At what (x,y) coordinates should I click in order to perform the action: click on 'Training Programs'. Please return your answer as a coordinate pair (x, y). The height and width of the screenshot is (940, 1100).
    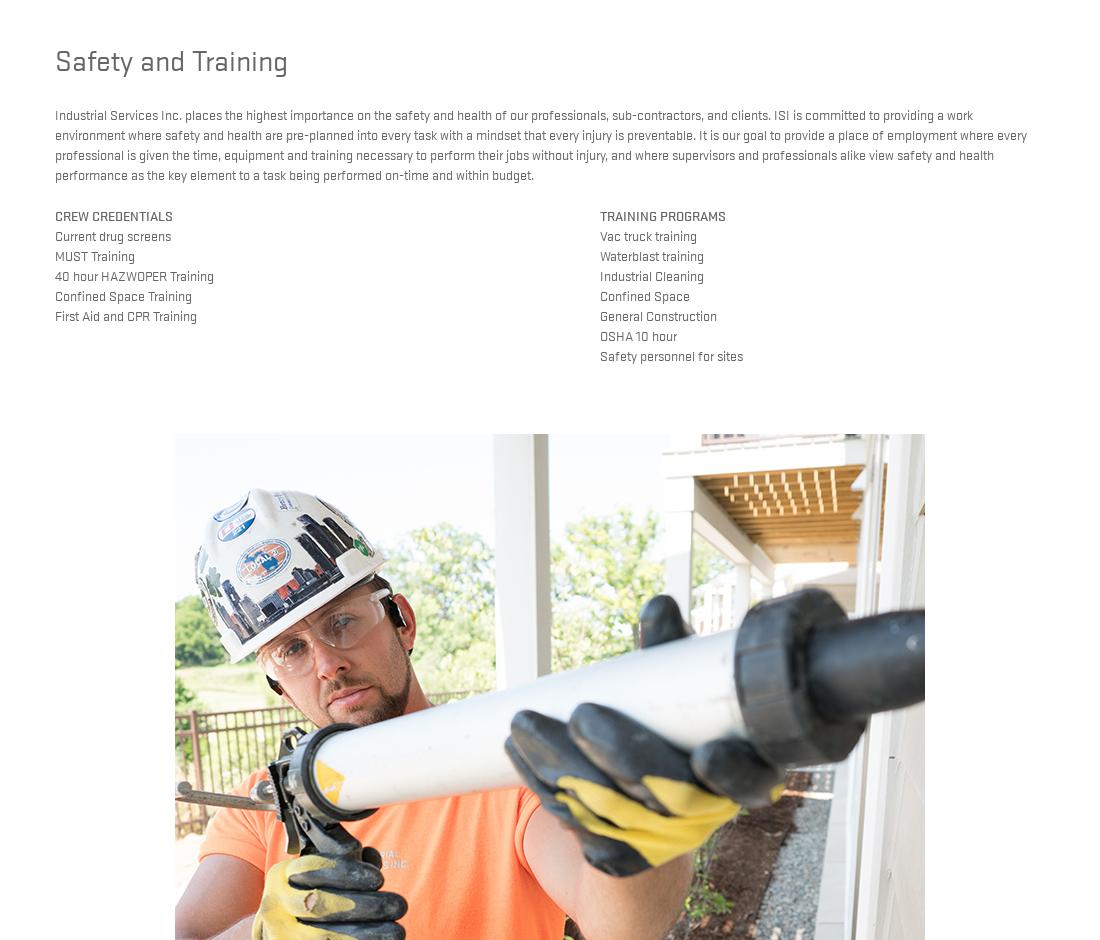
    Looking at the image, I should click on (661, 213).